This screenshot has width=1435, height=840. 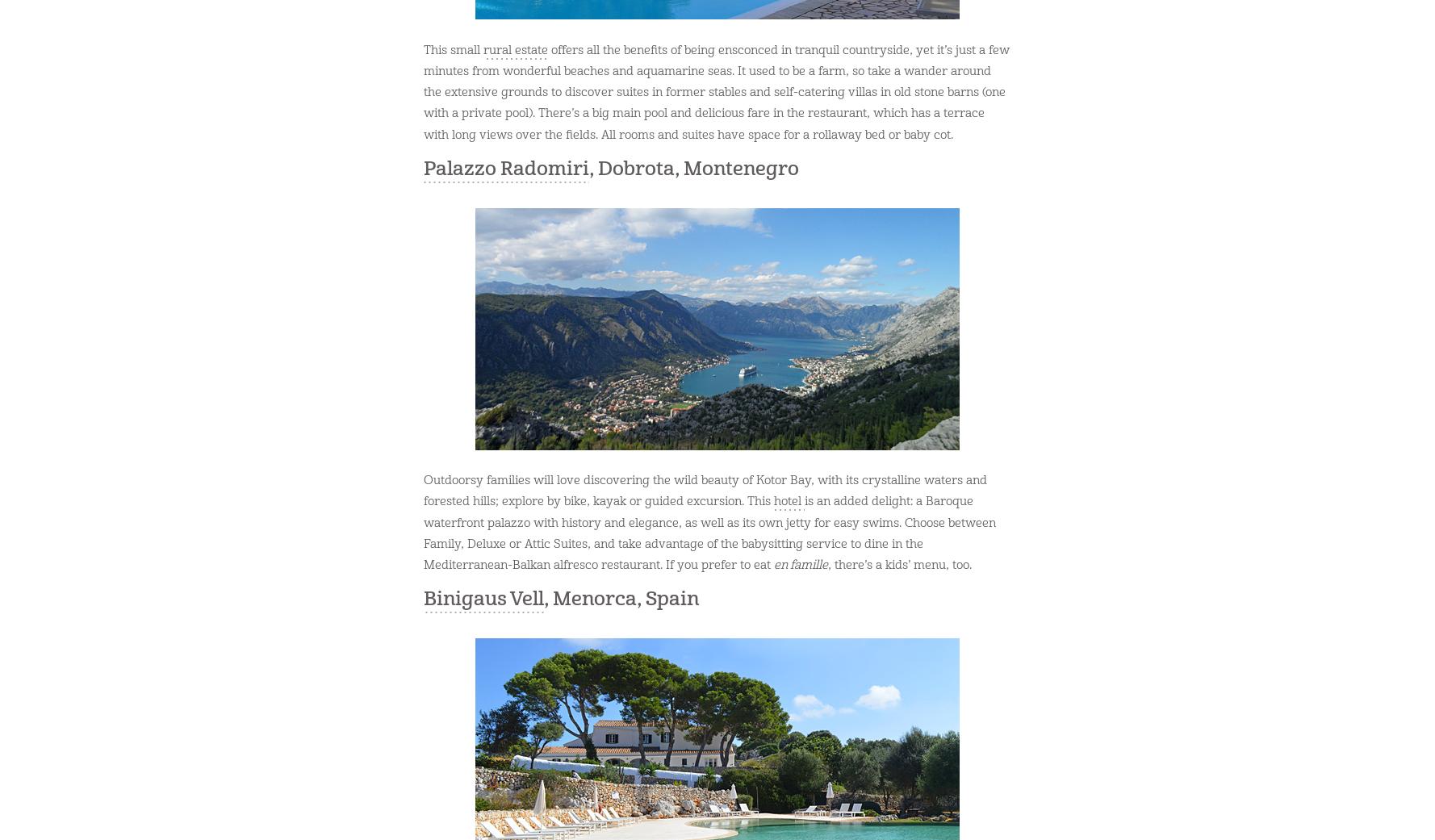 I want to click on 'en famille', so click(x=800, y=564).